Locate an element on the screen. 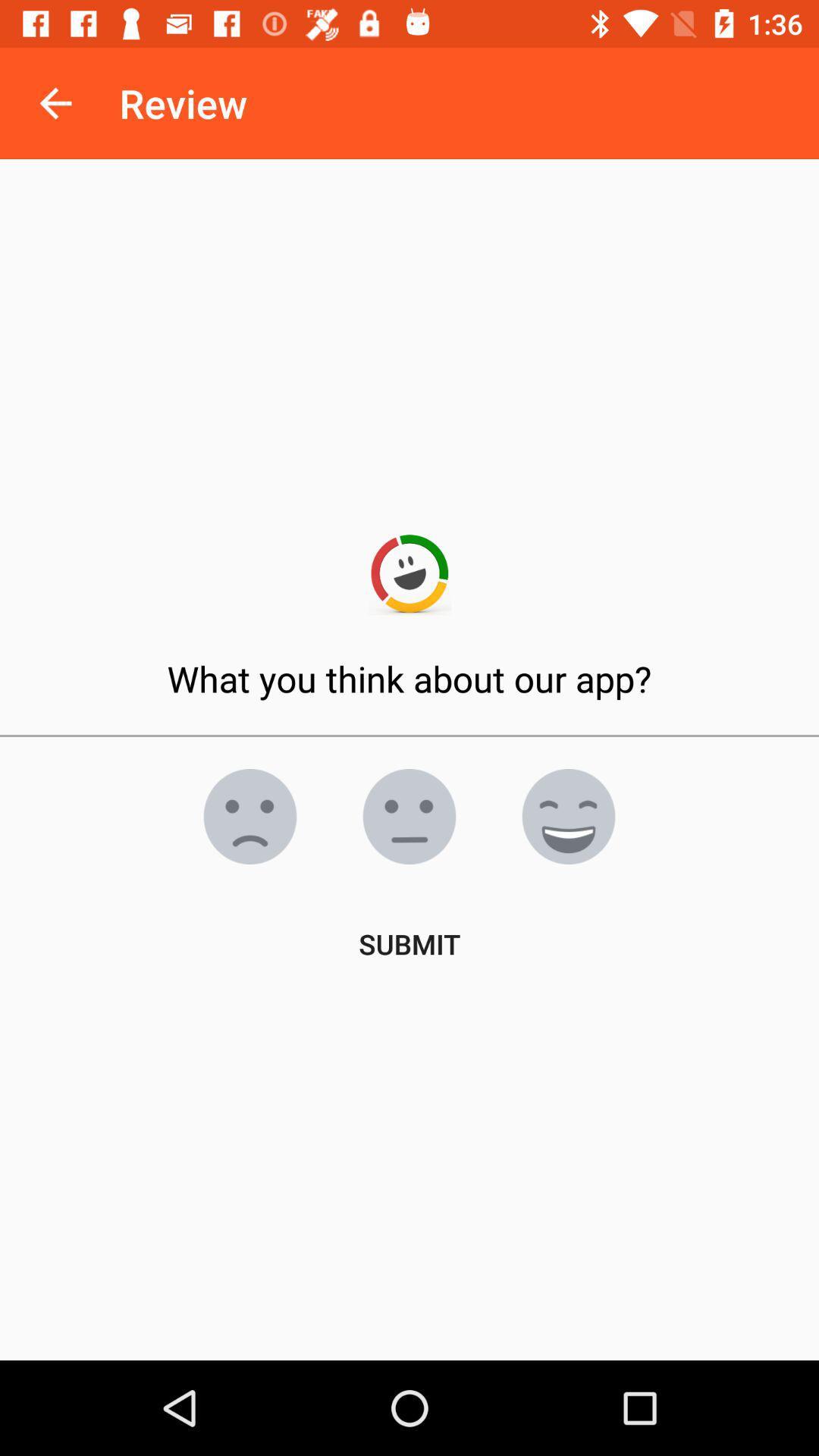  icon to the left of review item is located at coordinates (55, 102).